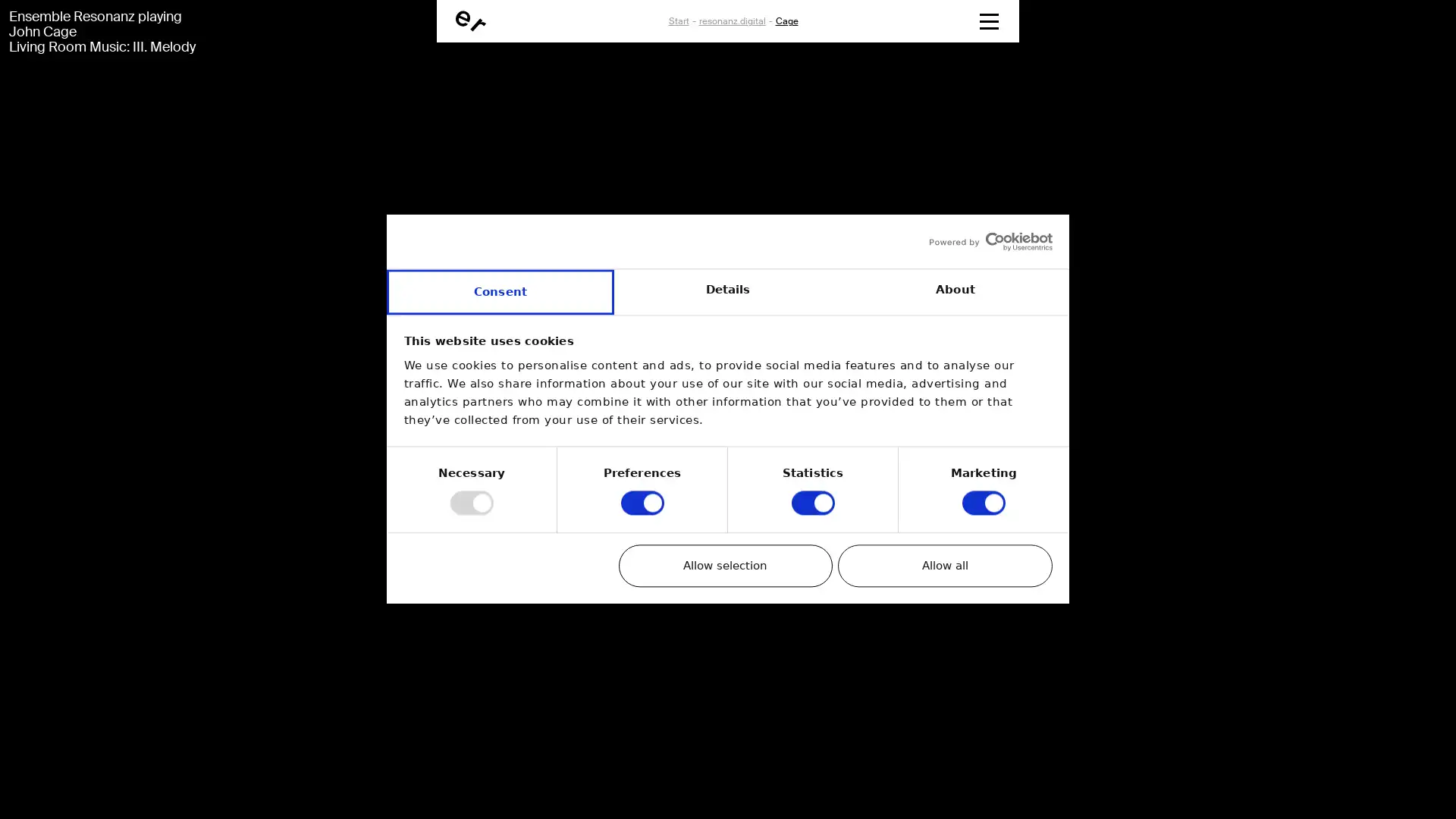  I want to click on Allow all, so click(944, 565).